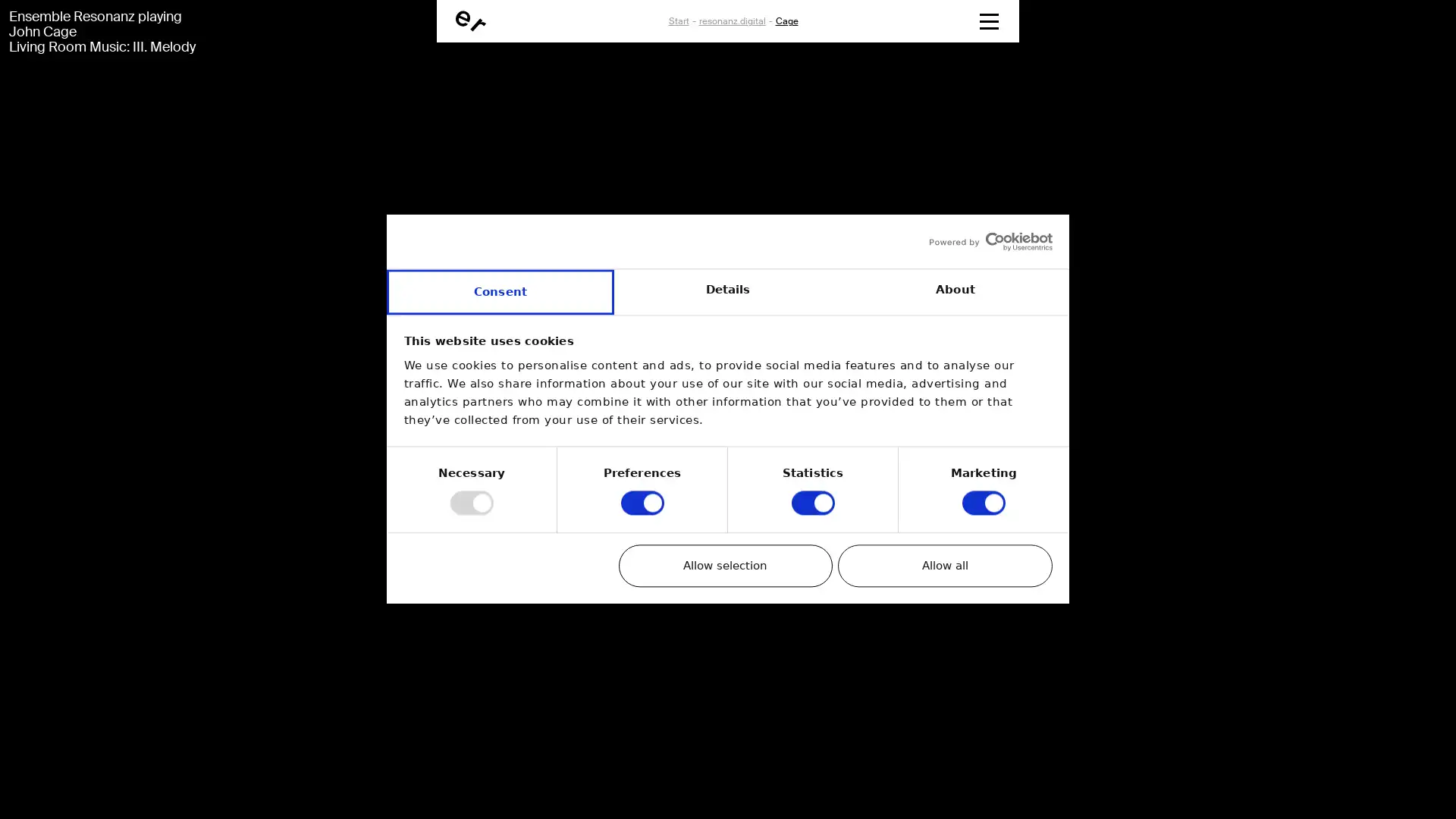  I want to click on Allow all, so click(944, 565).